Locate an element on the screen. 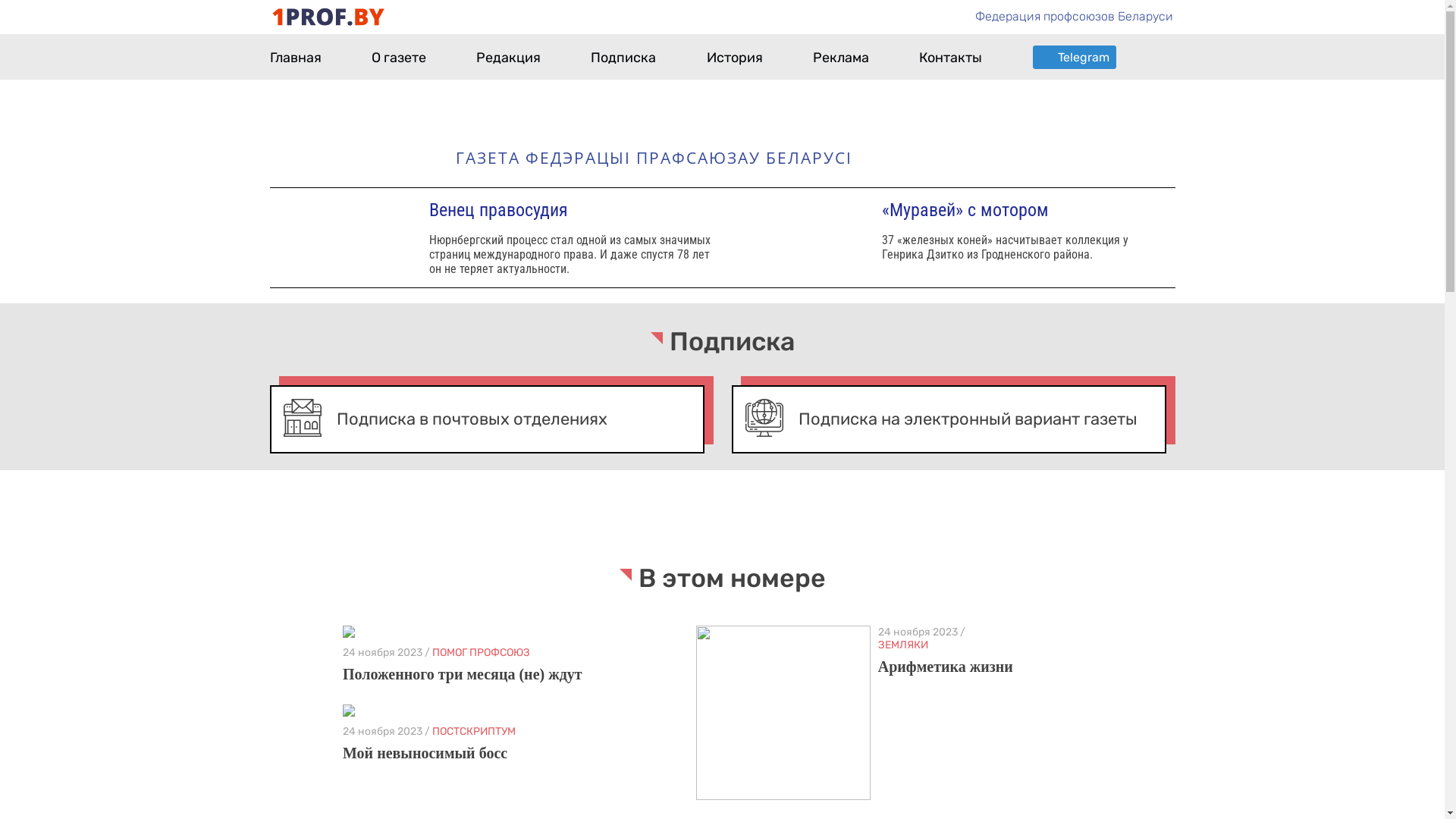 Image resolution: width=1456 pixels, height=819 pixels. 'Telegram' is located at coordinates (1032, 56).